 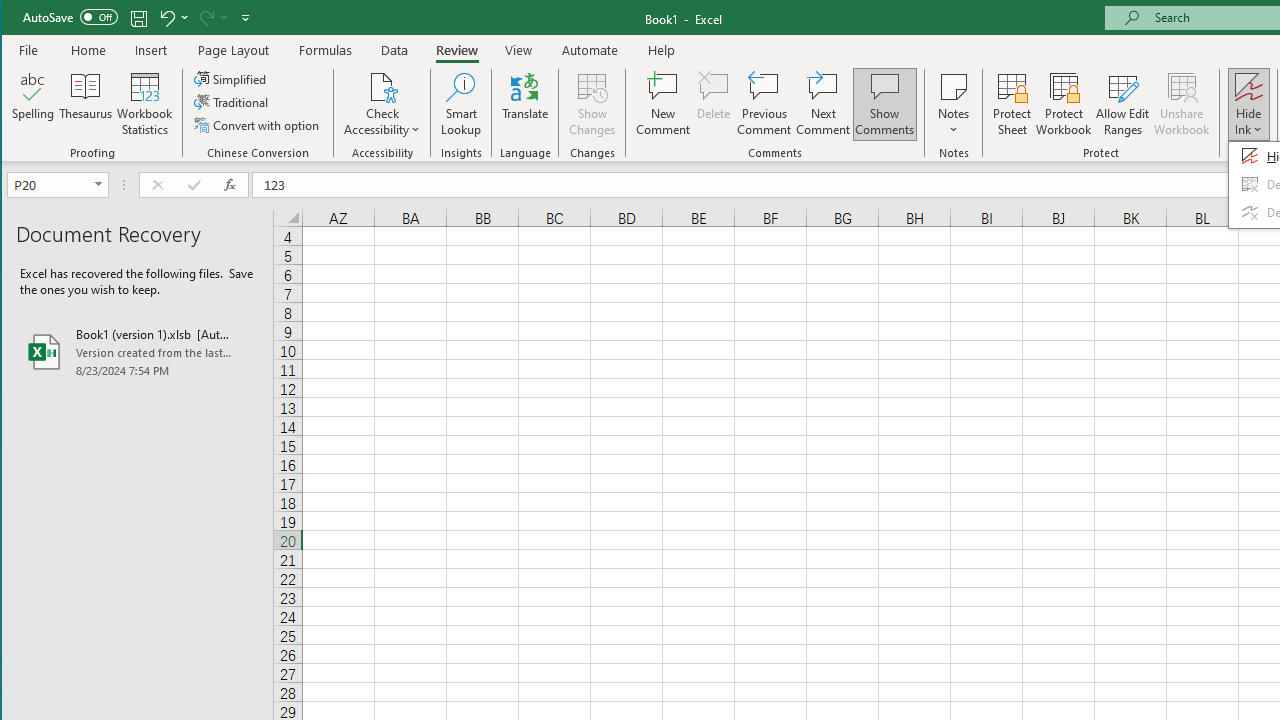 What do you see at coordinates (33, 104) in the screenshot?
I see `'Spelling...'` at bounding box center [33, 104].